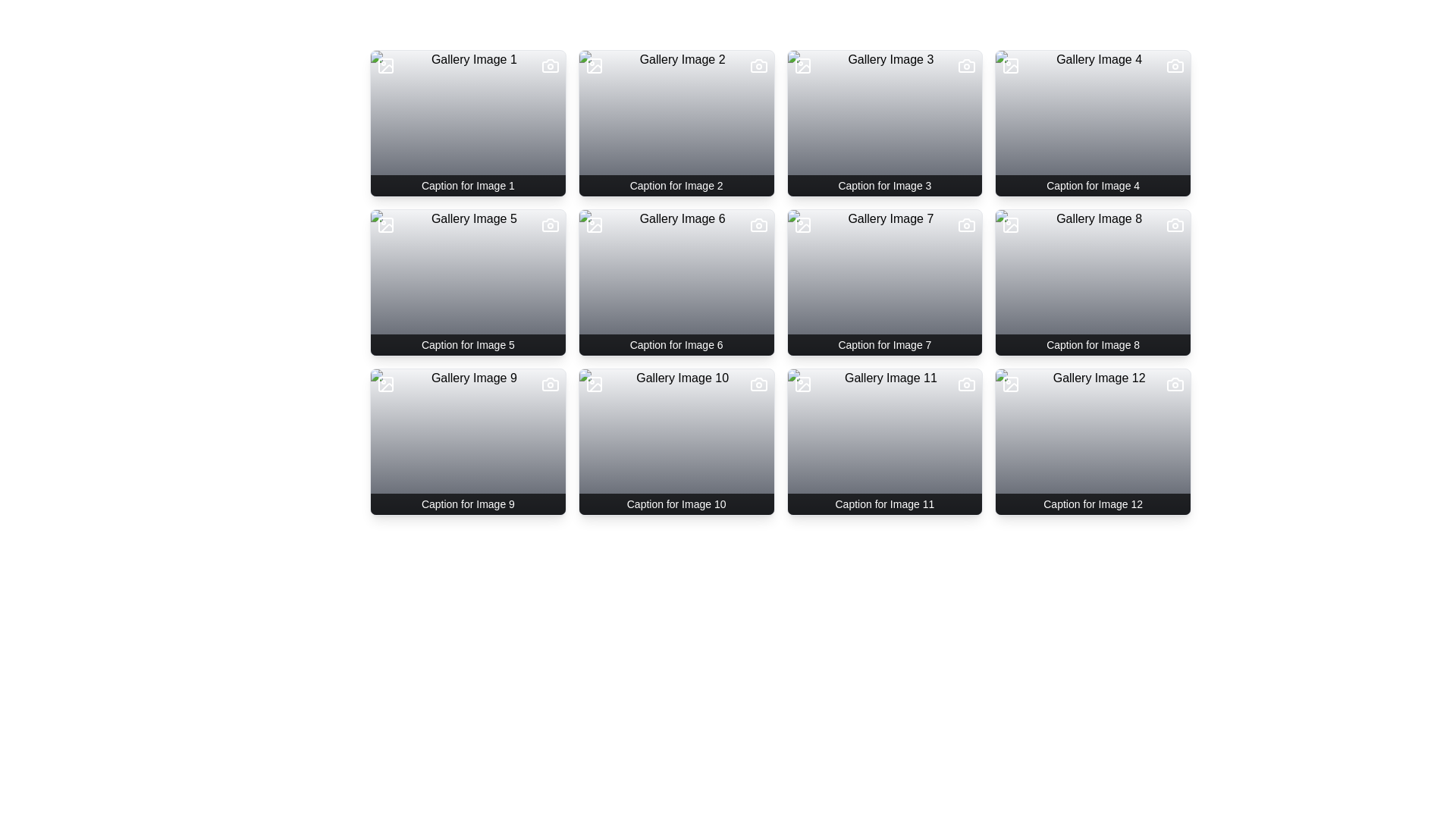 The width and height of the screenshot is (1456, 819). Describe the element at coordinates (593, 383) in the screenshot. I see `the icon indicating that the card contains an image representation within the card for 'Gallery Image 10', located at the top-left corner near the caption 'Caption for Image 10'` at that location.